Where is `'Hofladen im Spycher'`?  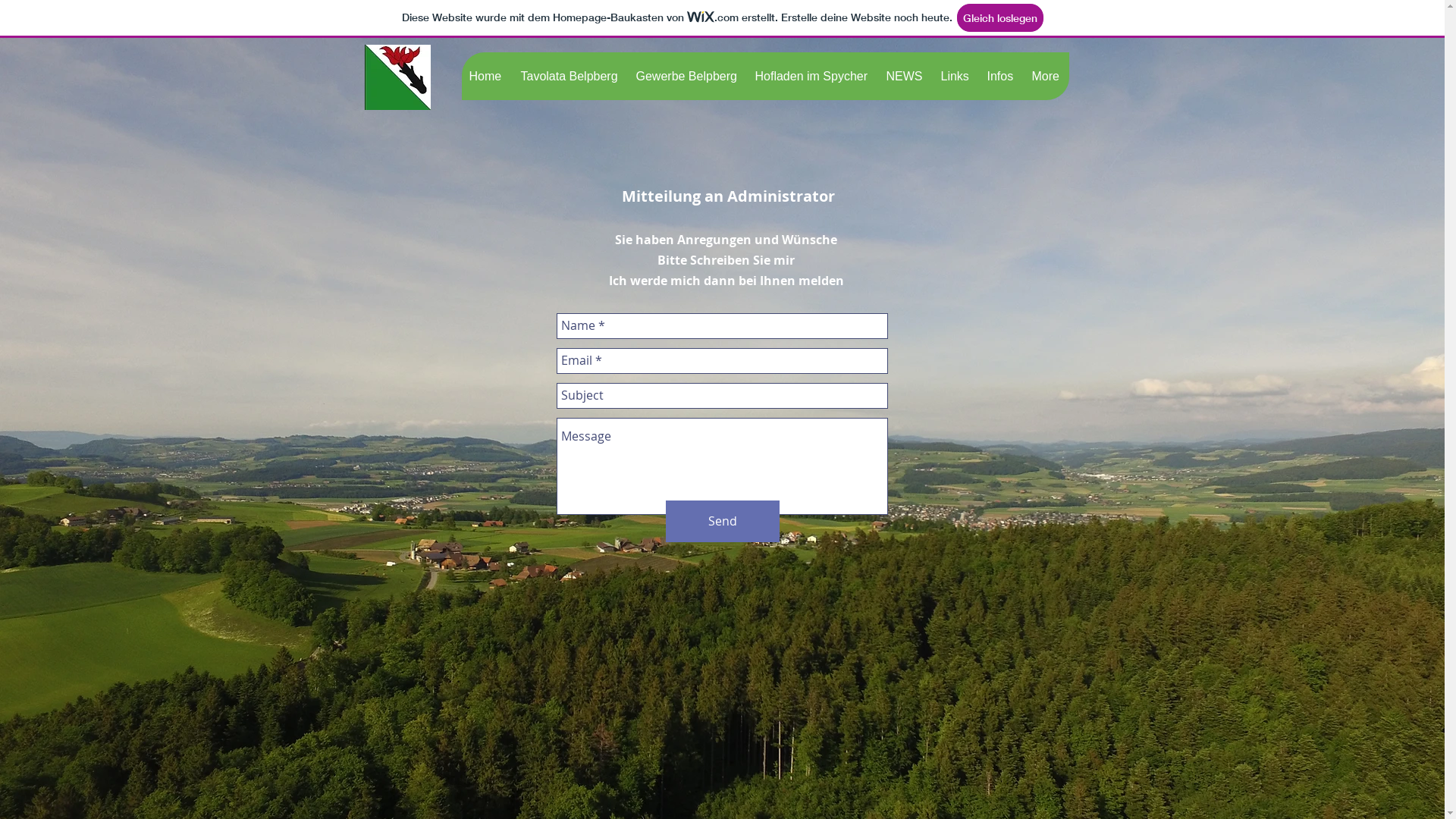
'Hofladen im Spycher' is located at coordinates (811, 76).